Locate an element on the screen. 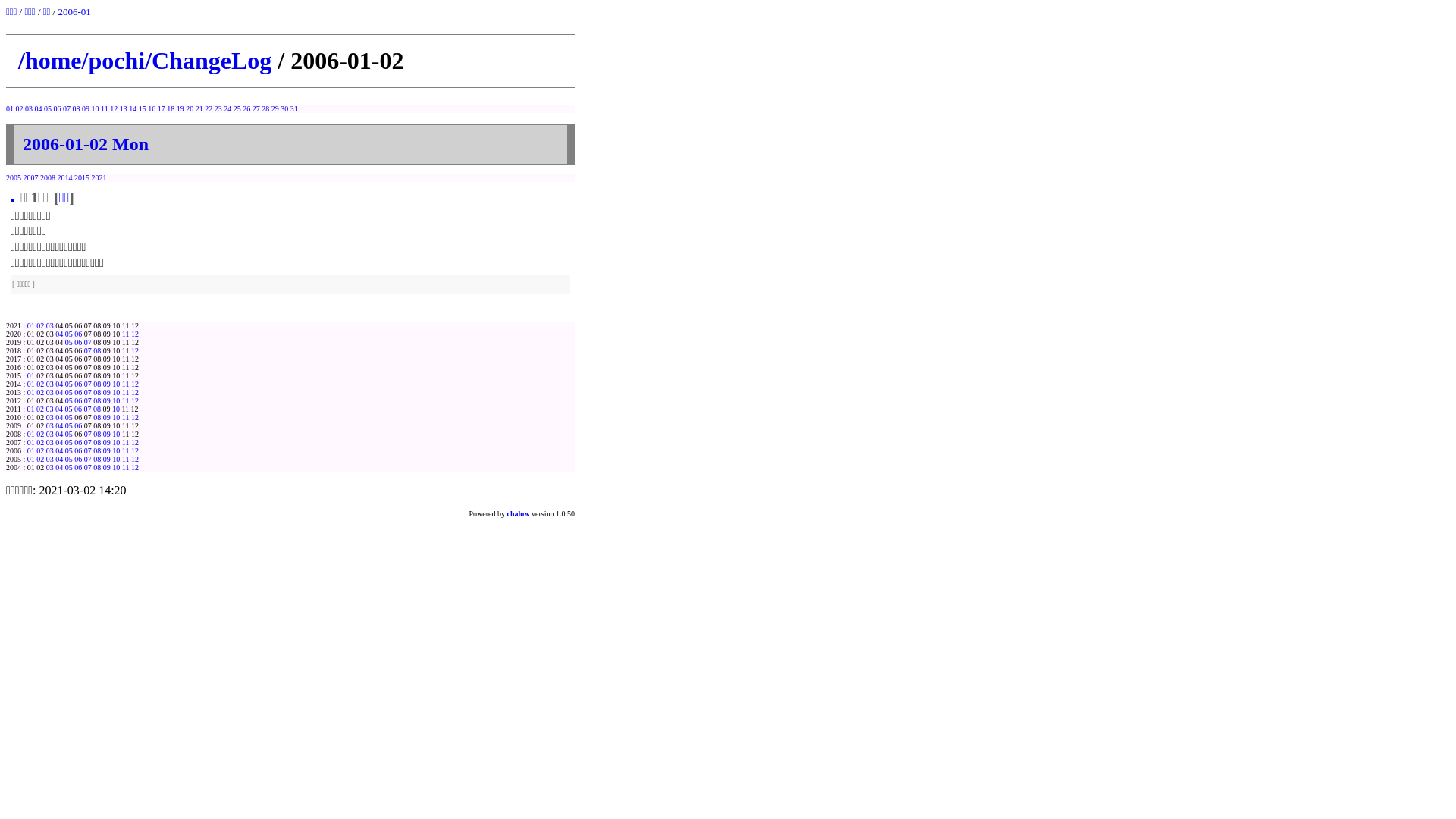 Image resolution: width=1456 pixels, height=819 pixels. '12' is located at coordinates (134, 450).